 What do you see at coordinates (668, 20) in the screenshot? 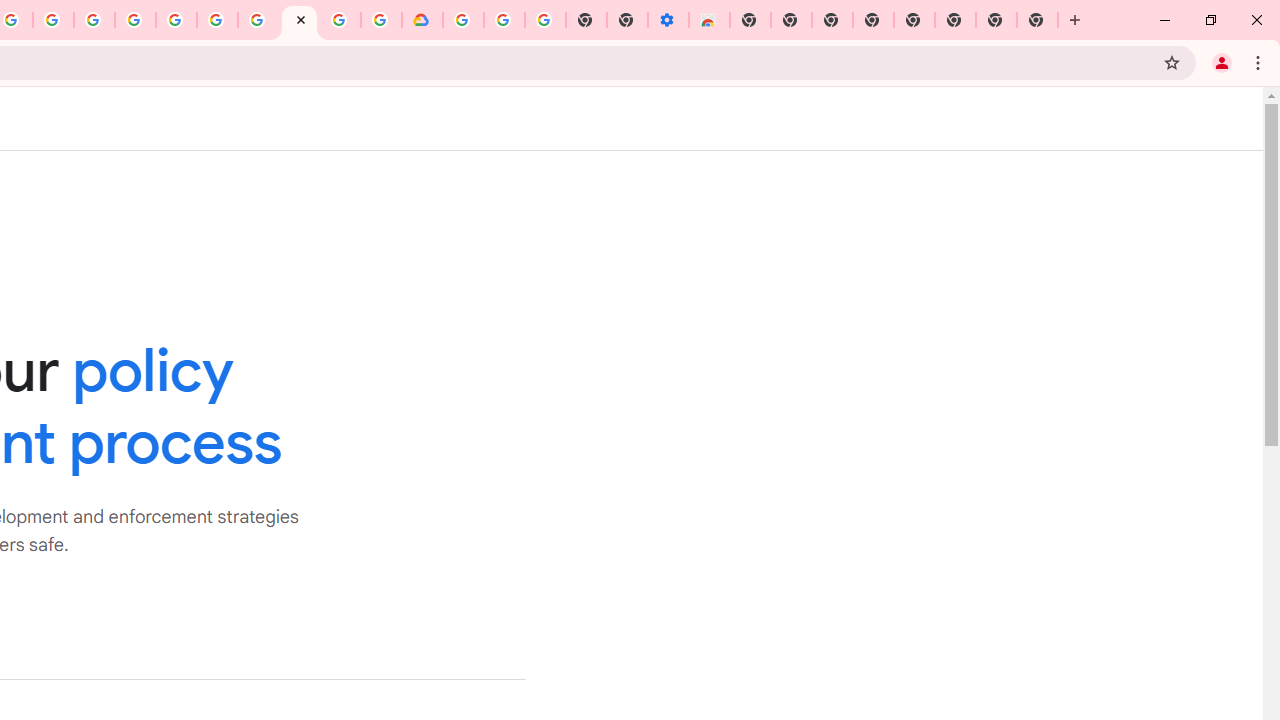
I see `'Settings - Accessibility'` at bounding box center [668, 20].